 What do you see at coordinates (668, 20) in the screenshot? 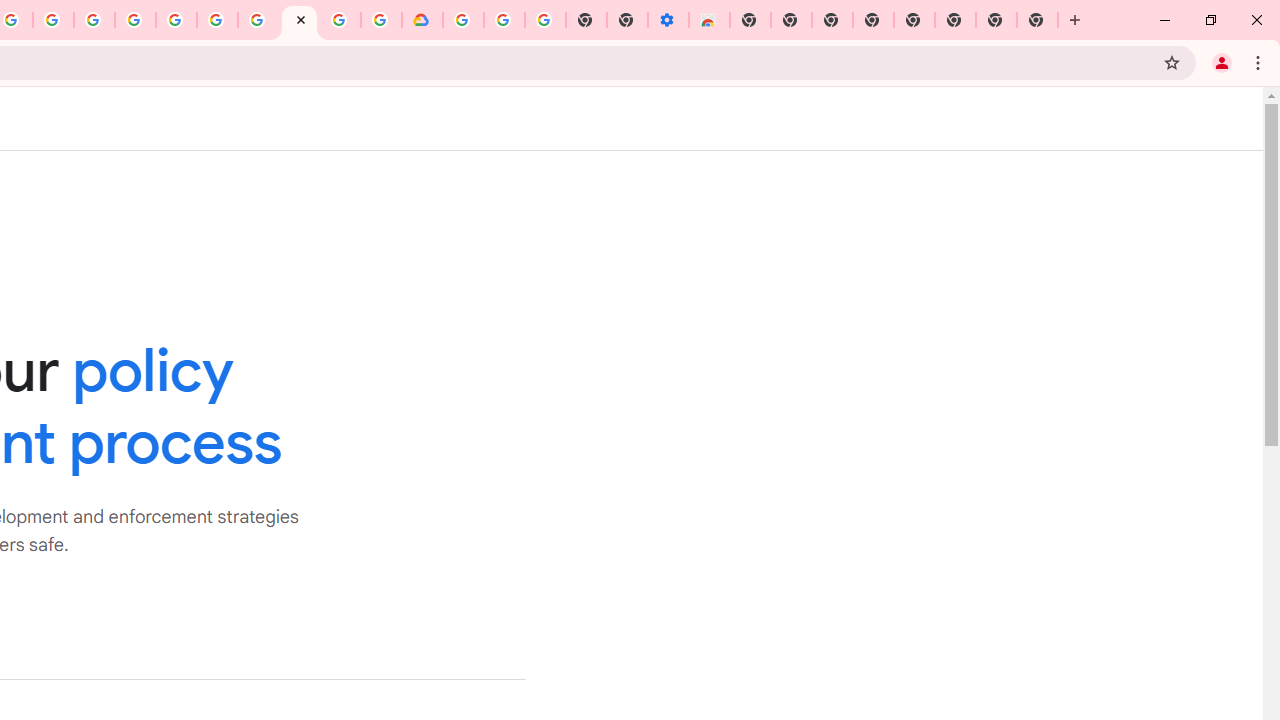
I see `'Settings - Accessibility'` at bounding box center [668, 20].